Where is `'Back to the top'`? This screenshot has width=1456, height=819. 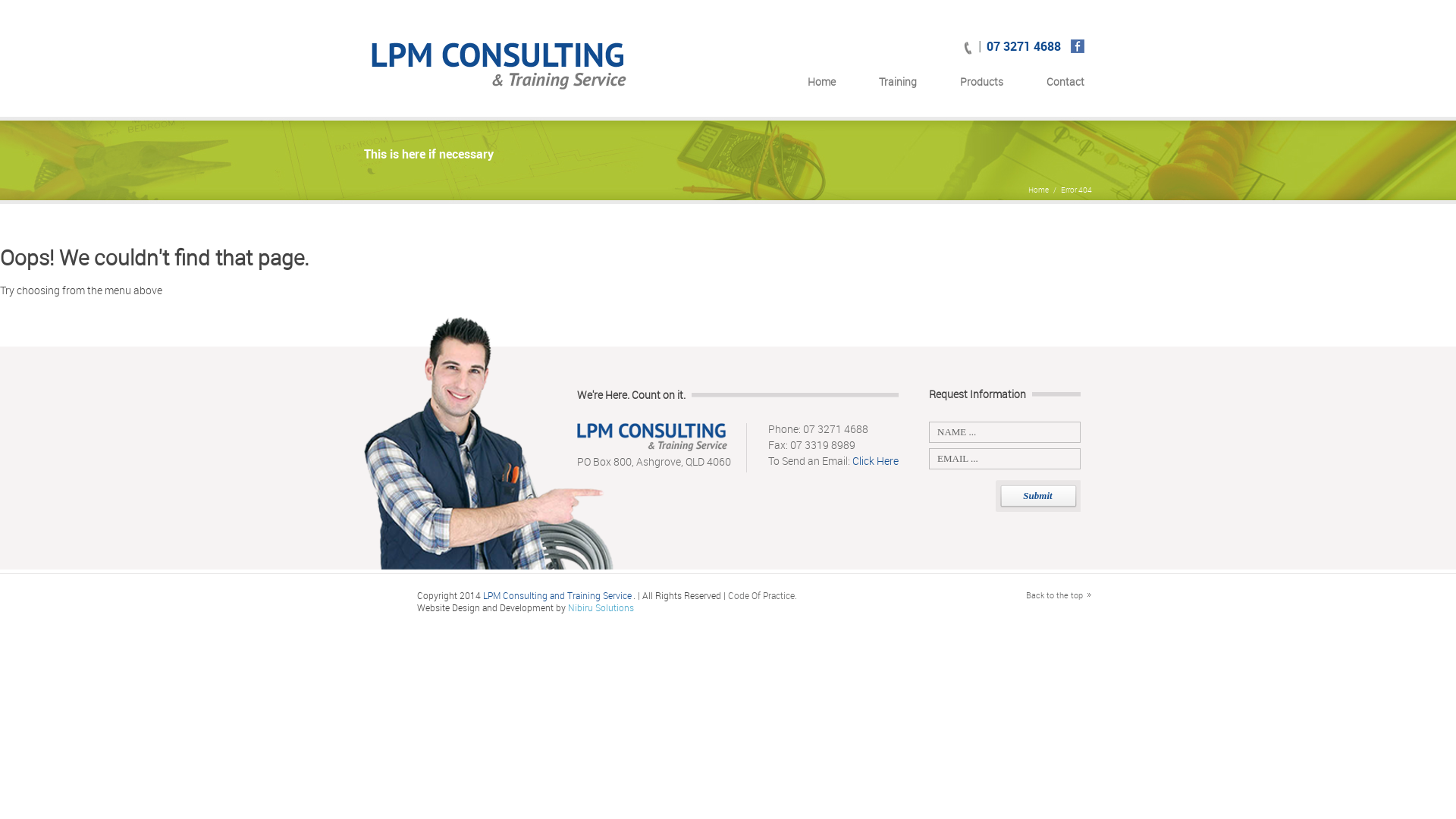 'Back to the top' is located at coordinates (1058, 594).